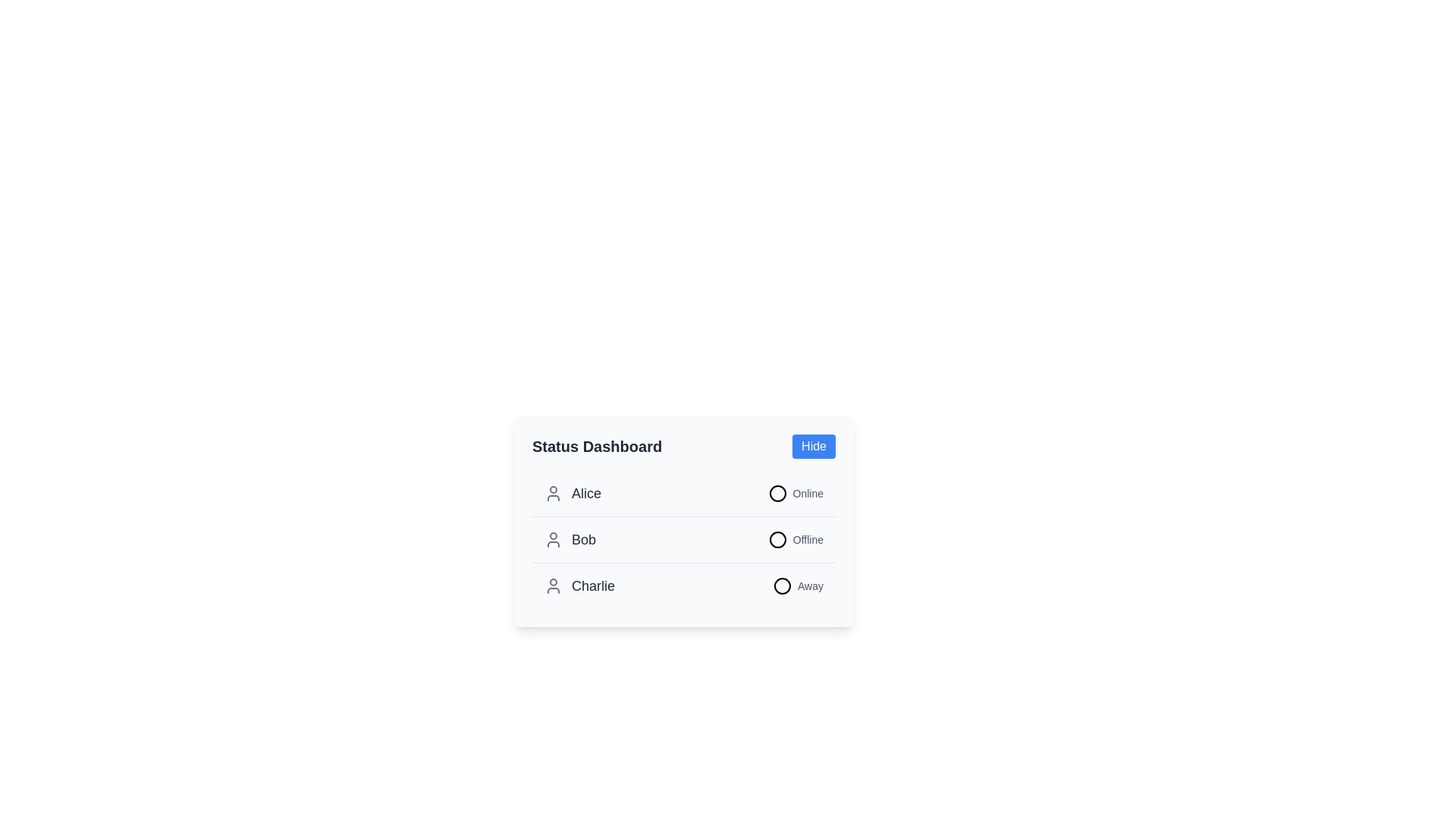  I want to click on the status update list item for user 'Bob', which displays 'Offline' and is the second entry in the user status list, so click(683, 539).